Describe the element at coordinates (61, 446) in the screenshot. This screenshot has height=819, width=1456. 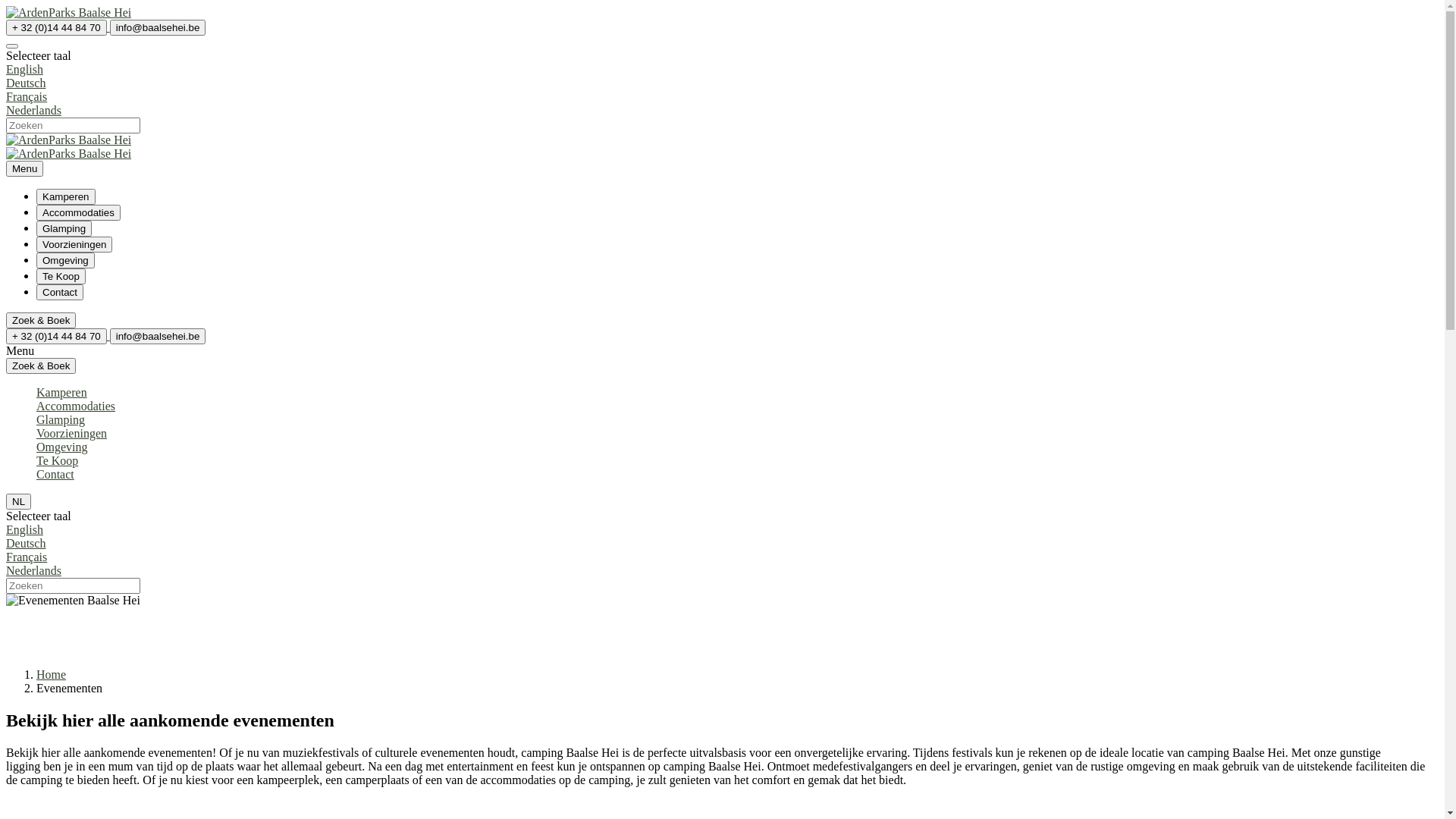
I see `'Omgeving'` at that location.